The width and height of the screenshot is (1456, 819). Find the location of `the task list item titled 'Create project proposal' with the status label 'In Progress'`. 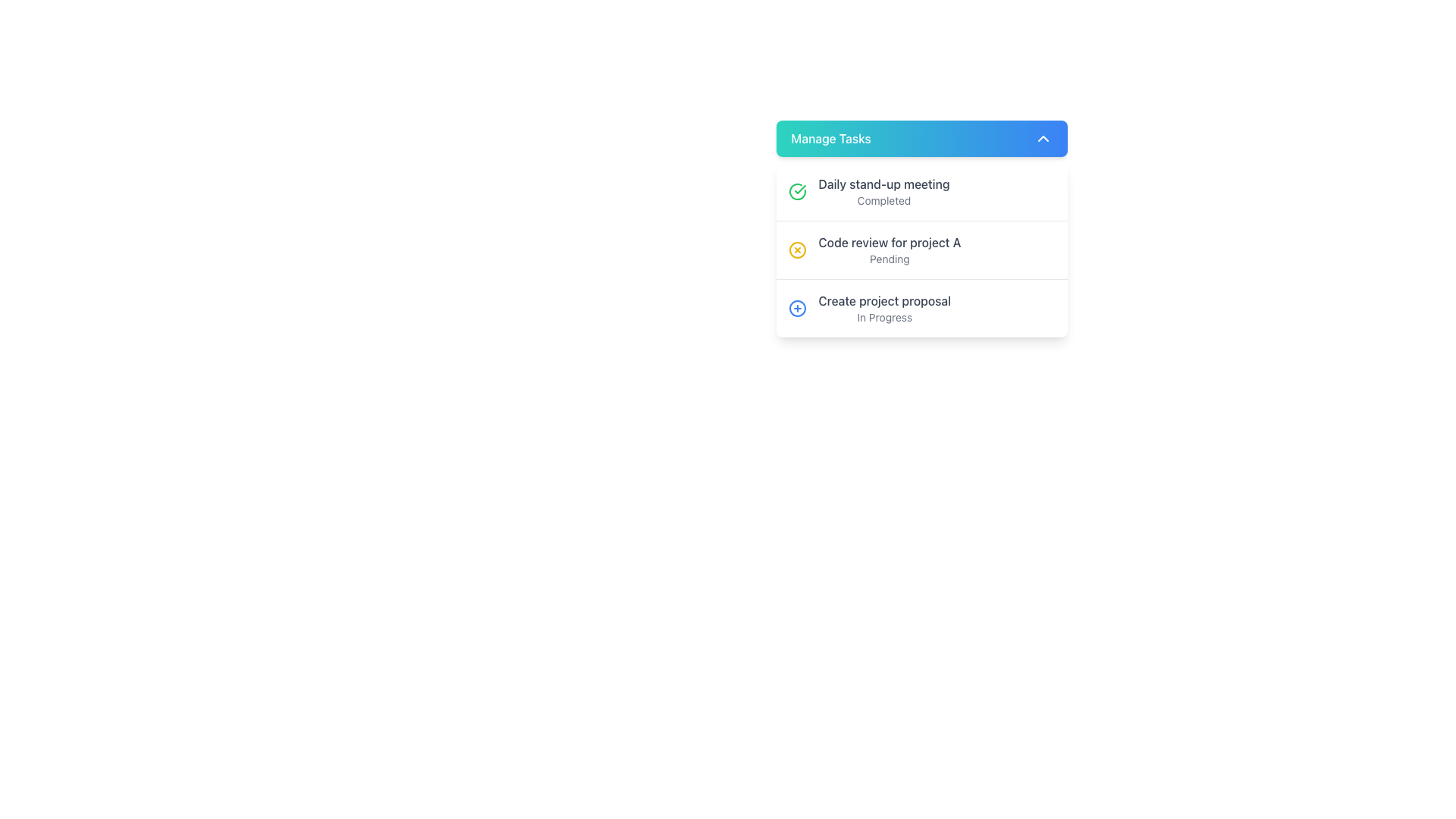

the task list item titled 'Create project proposal' with the status label 'In Progress' is located at coordinates (921, 307).